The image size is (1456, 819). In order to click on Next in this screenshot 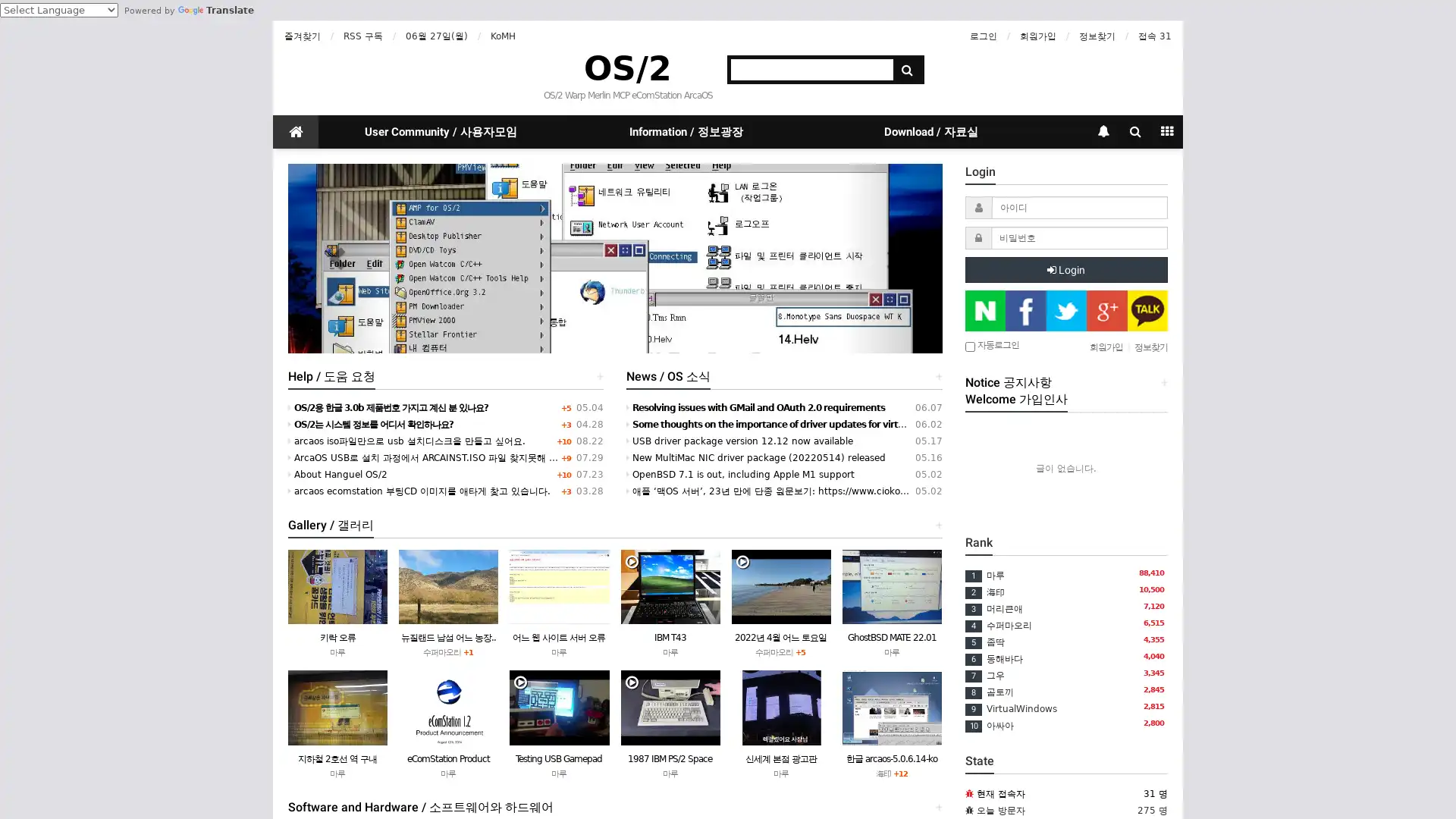, I will do `click(893, 257)`.